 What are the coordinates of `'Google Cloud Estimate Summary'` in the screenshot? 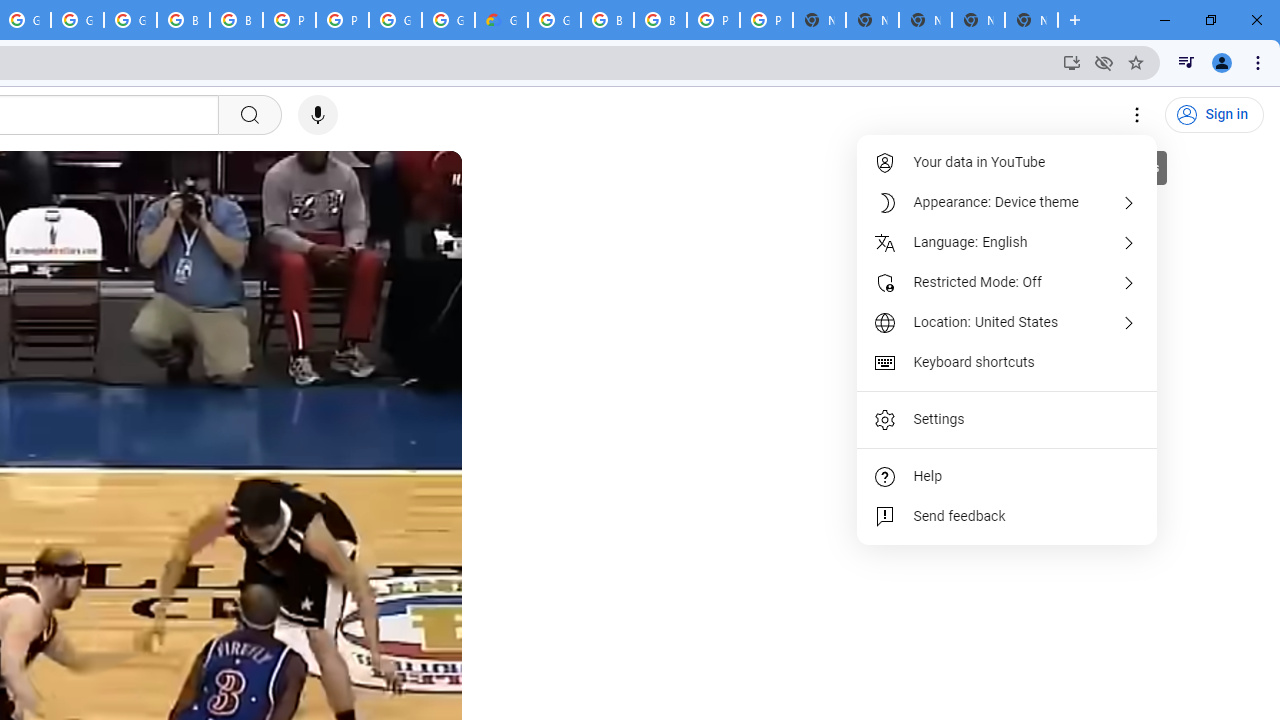 It's located at (501, 20).